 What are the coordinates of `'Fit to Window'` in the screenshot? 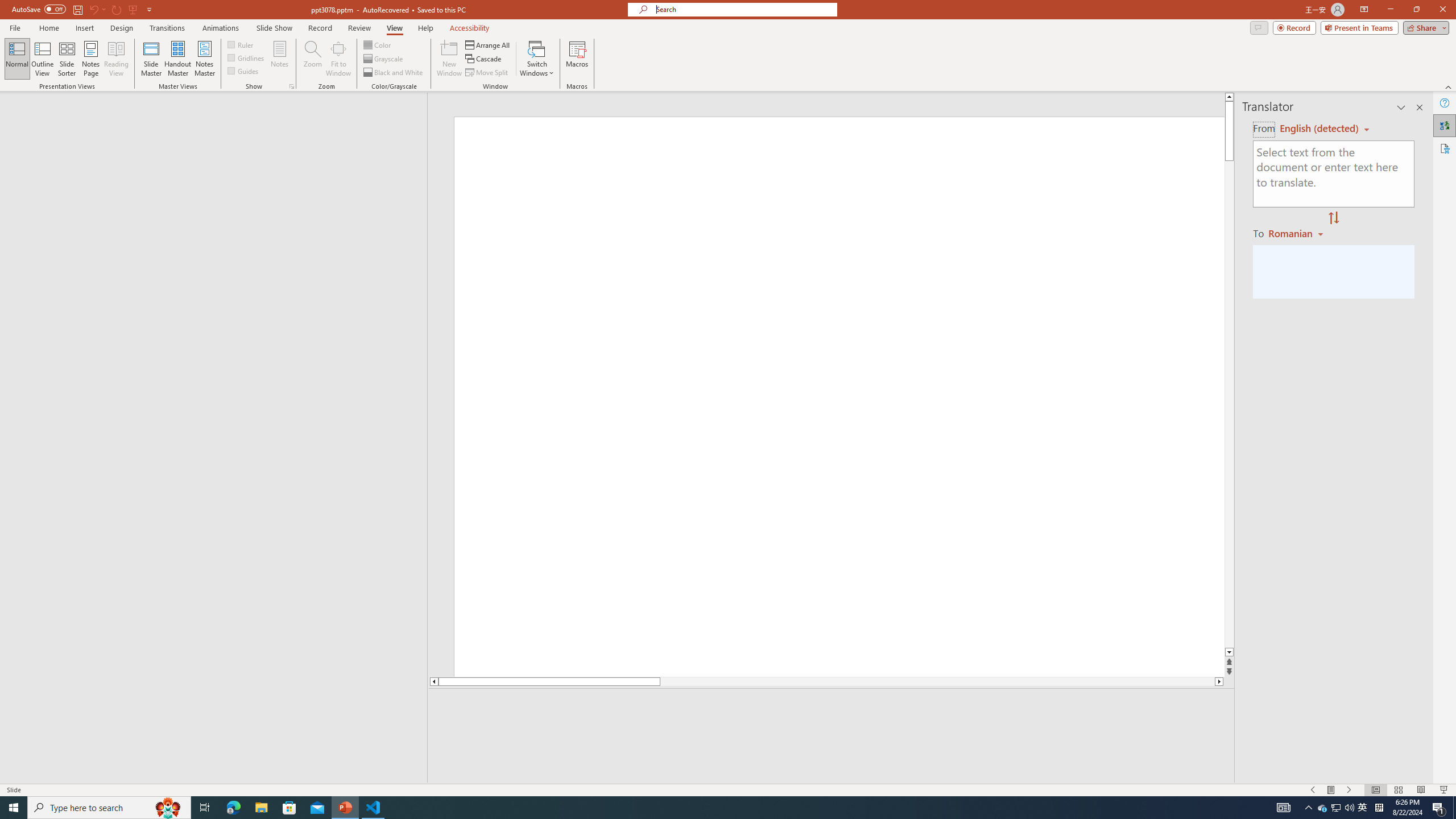 It's located at (338, 59).